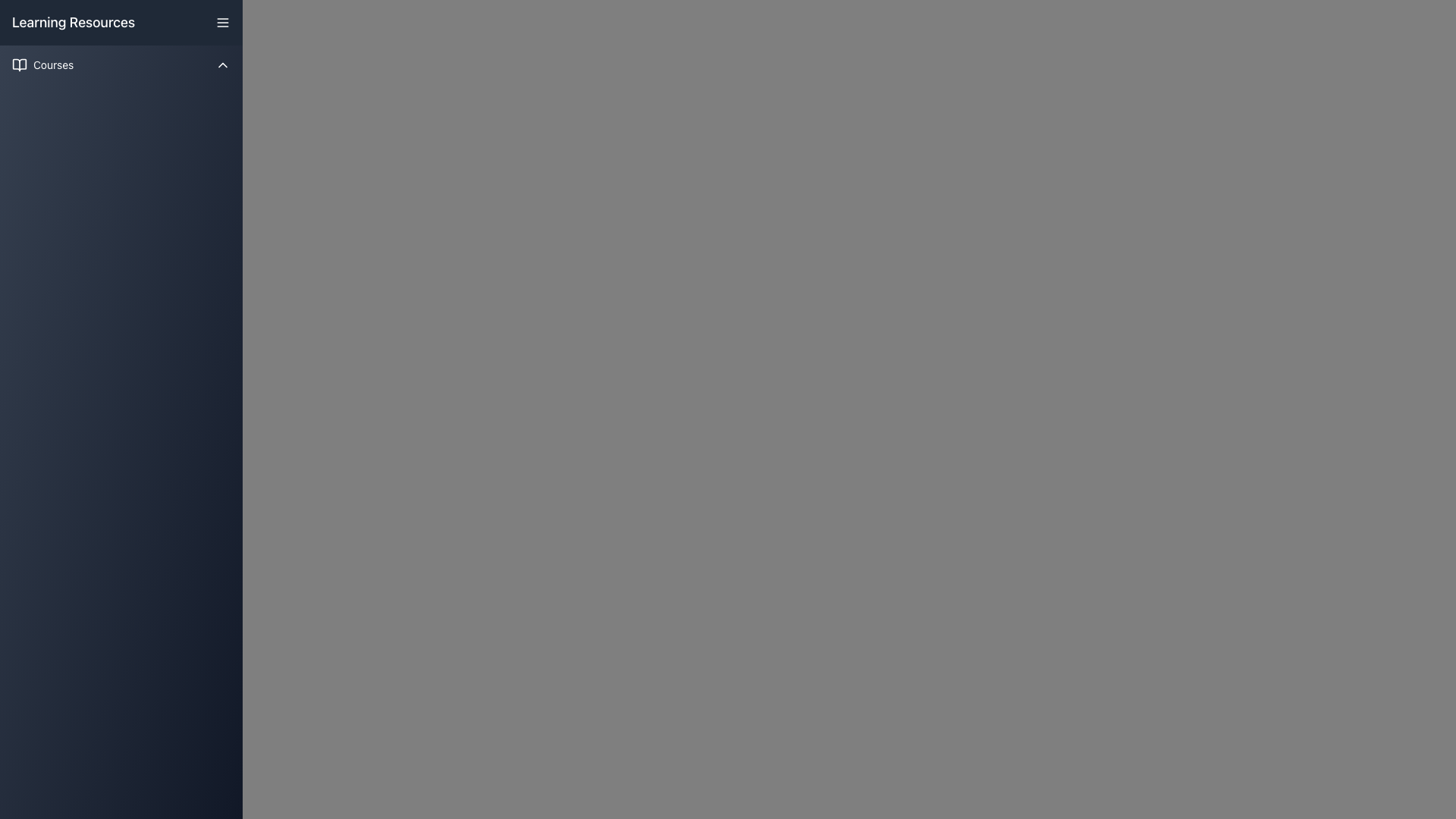 This screenshot has height=819, width=1456. What do you see at coordinates (120, 64) in the screenshot?
I see `the 'Courses' menu item, which features a book icon and an upward-chevron icon` at bounding box center [120, 64].